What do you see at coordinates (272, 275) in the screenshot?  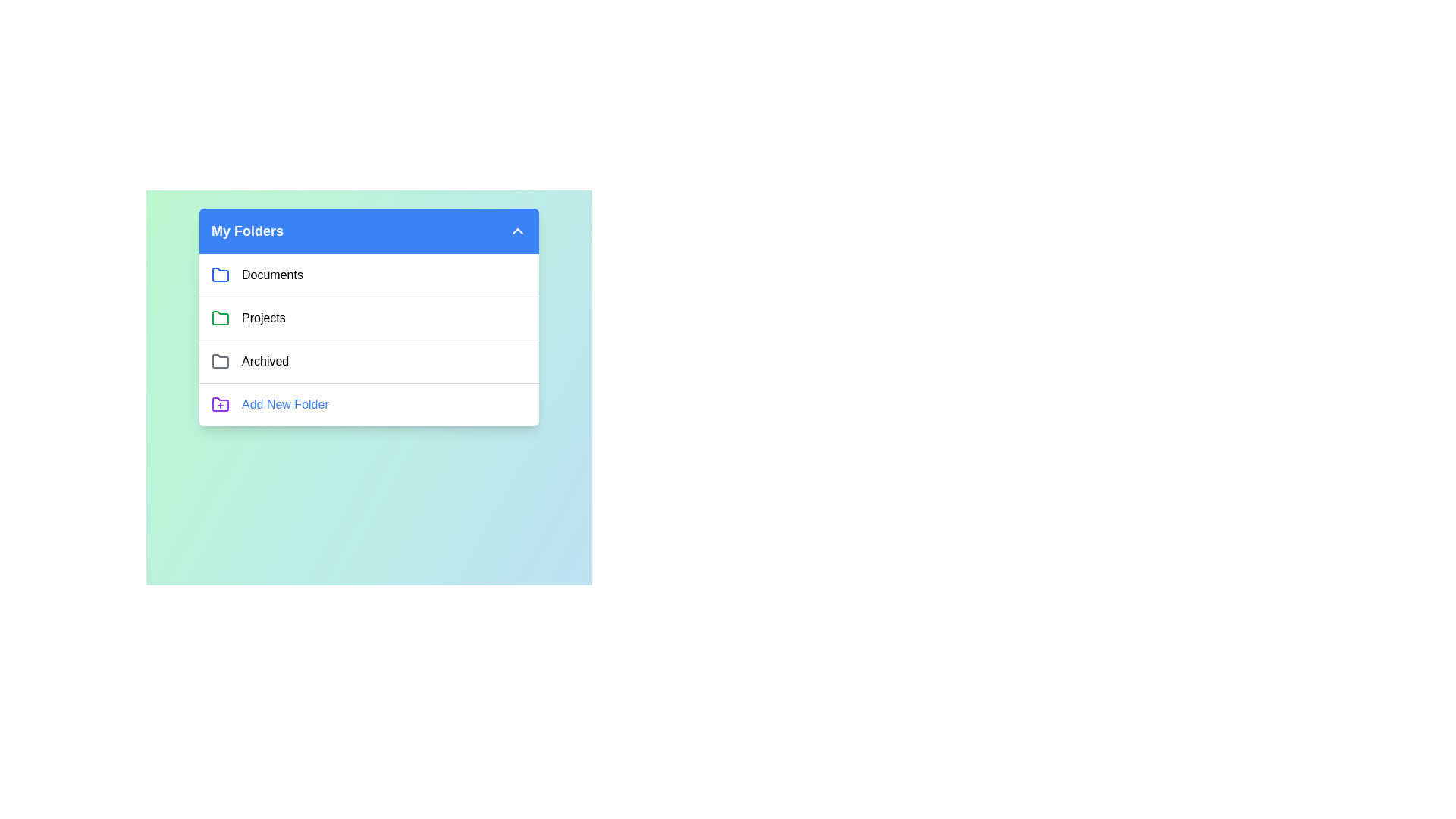 I see `the folder named Documents from the list` at bounding box center [272, 275].